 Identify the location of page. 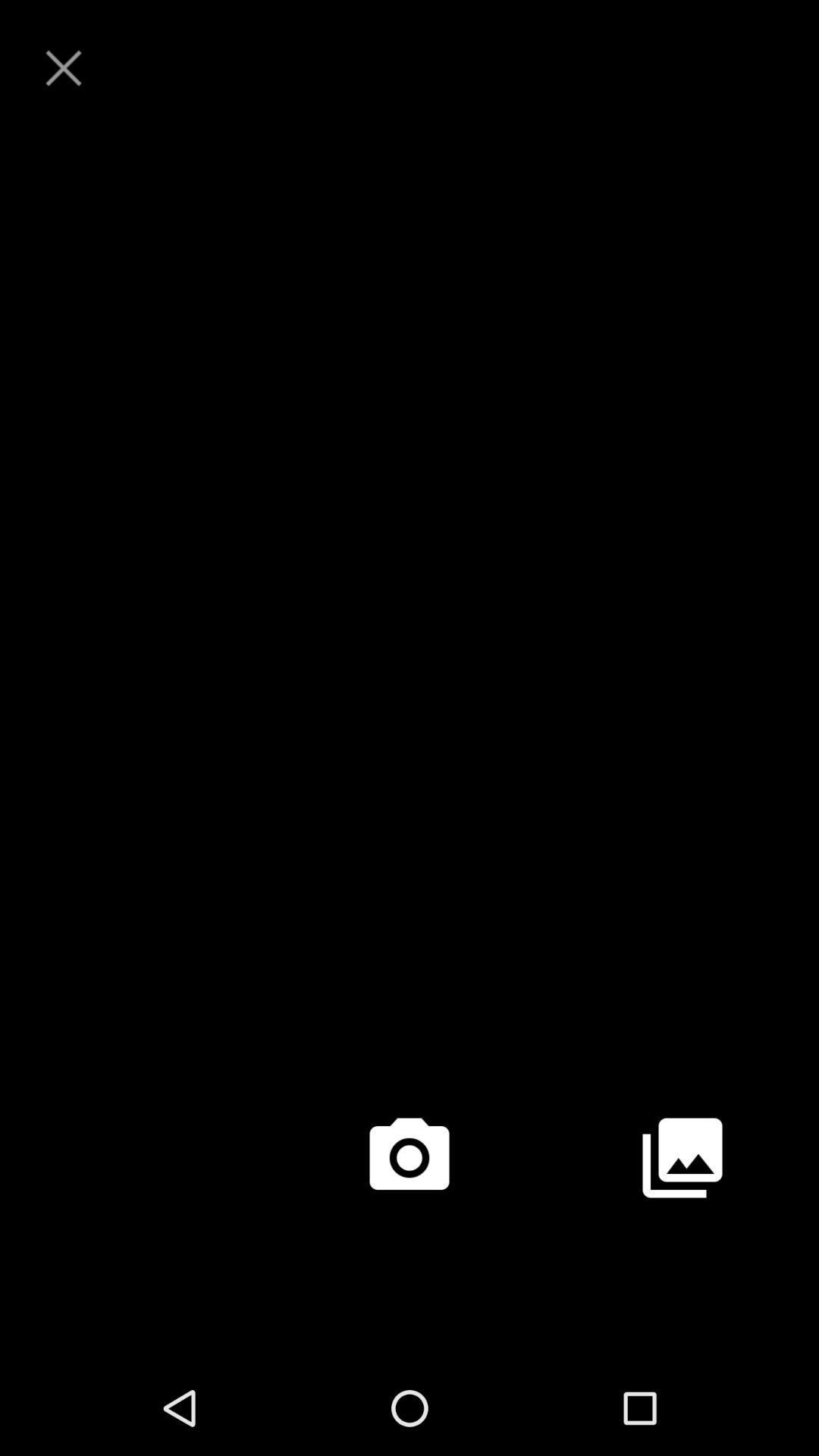
(63, 67).